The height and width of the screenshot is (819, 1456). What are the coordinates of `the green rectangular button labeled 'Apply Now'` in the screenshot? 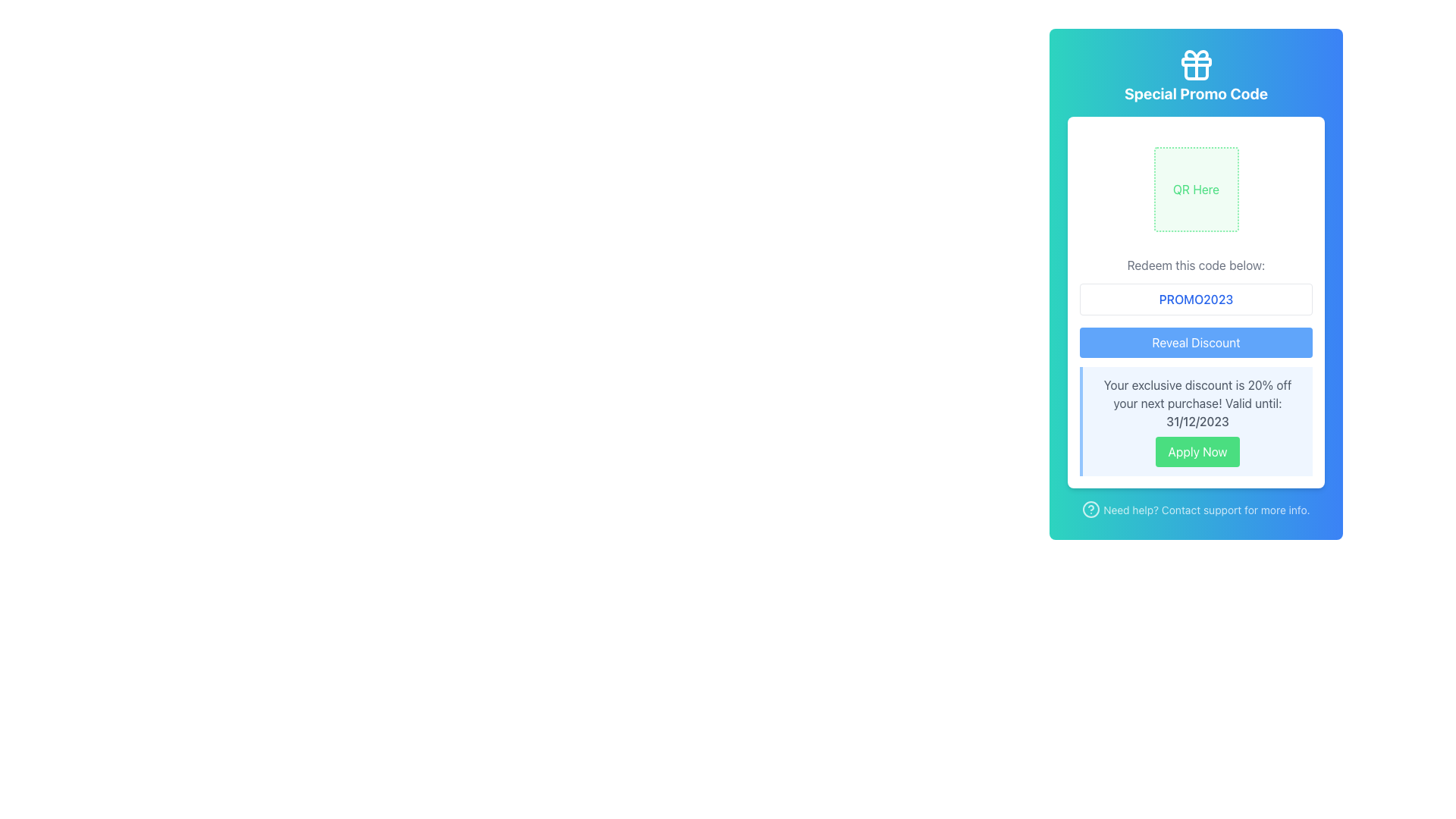 It's located at (1197, 451).